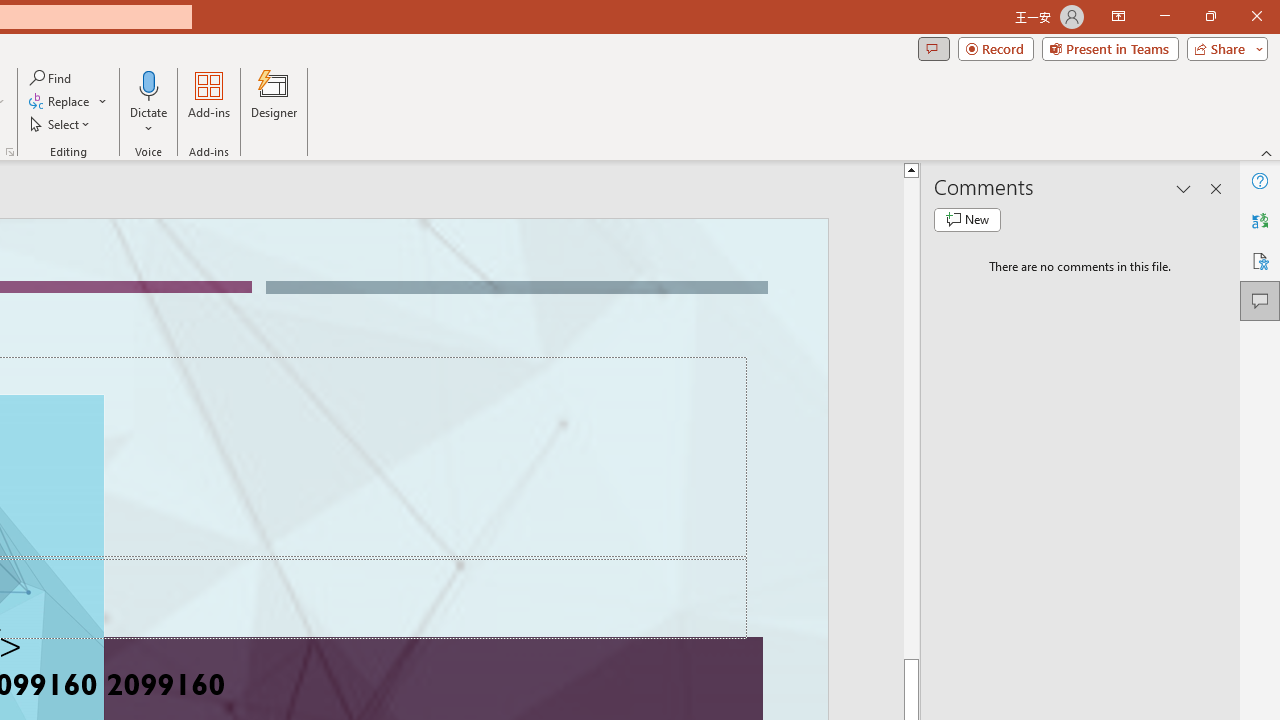  I want to click on 'Replace...', so click(60, 101).